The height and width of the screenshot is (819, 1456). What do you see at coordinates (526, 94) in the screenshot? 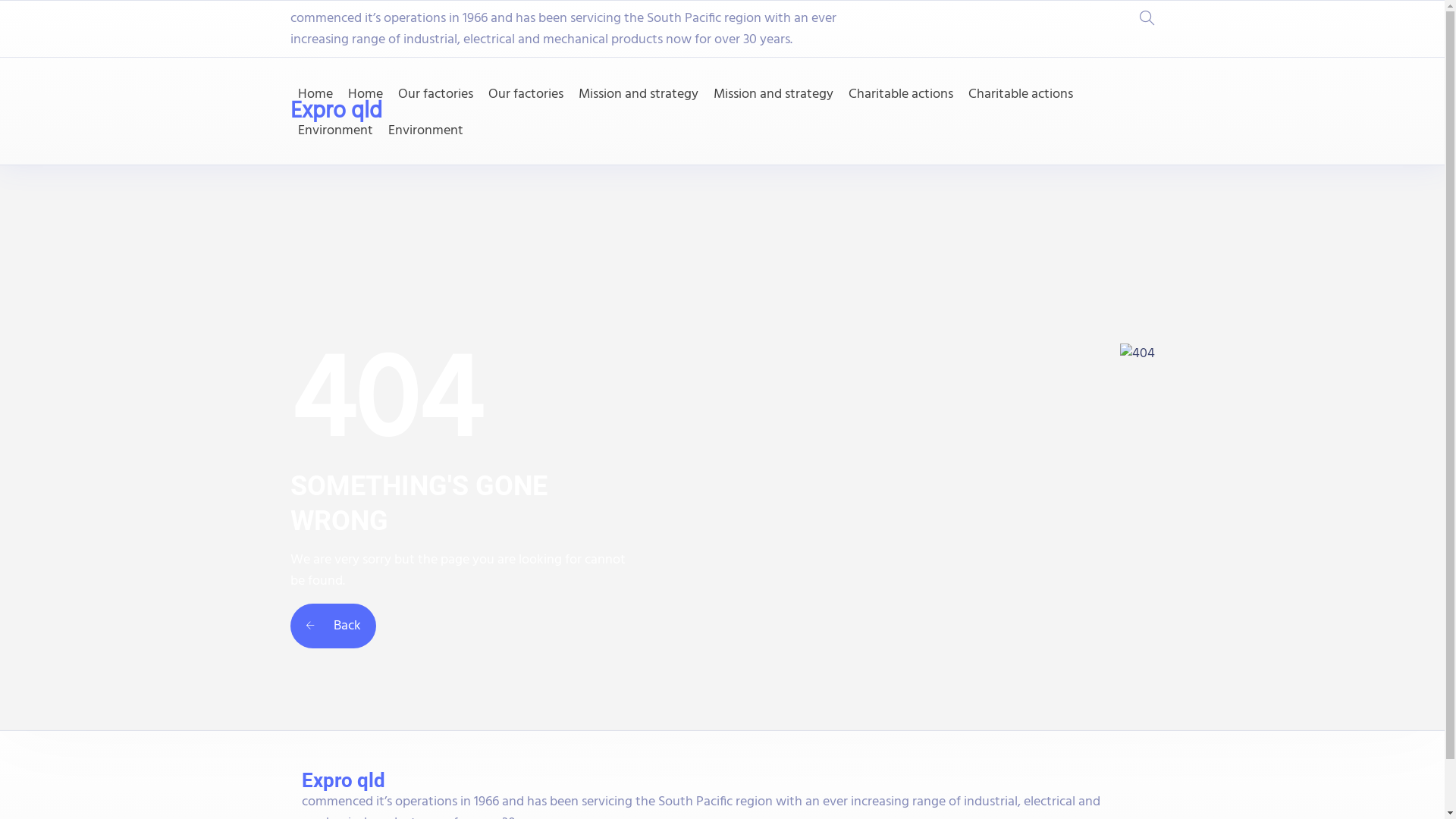
I see `'Our factories'` at bounding box center [526, 94].